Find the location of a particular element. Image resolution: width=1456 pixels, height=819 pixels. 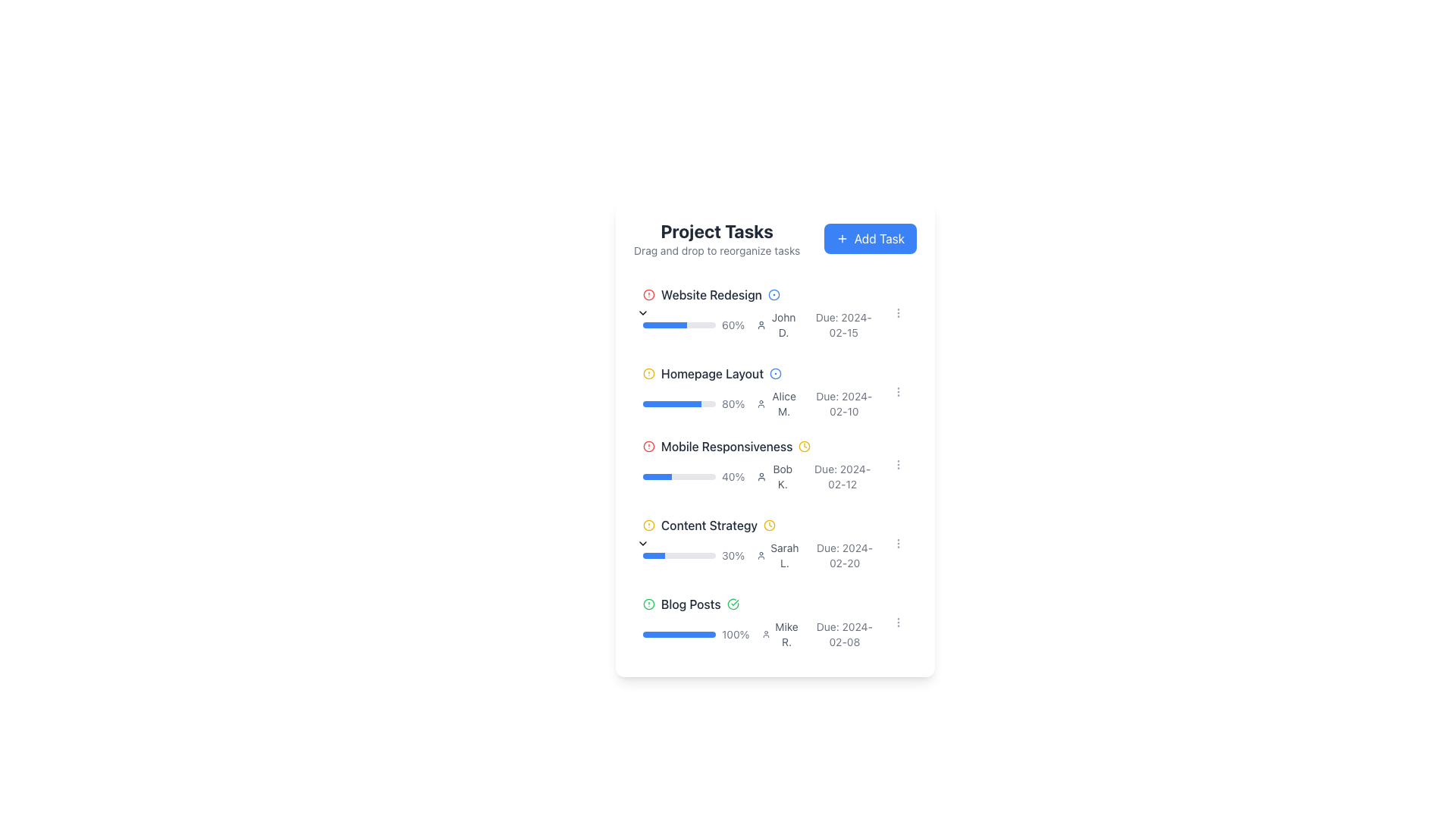

progress is located at coordinates (645, 475).